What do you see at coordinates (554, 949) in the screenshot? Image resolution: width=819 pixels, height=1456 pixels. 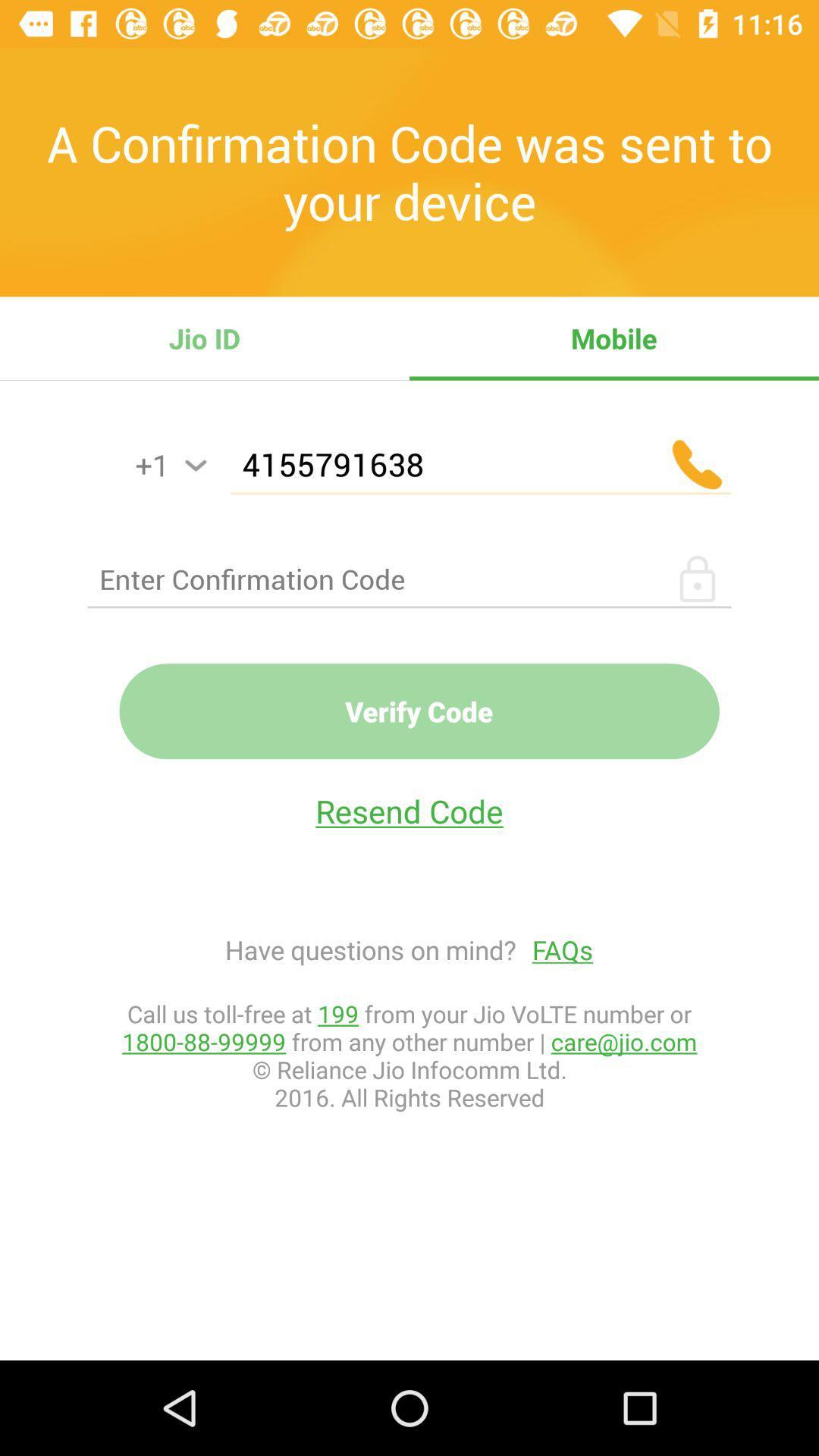 I see `item below the resend code item` at bounding box center [554, 949].